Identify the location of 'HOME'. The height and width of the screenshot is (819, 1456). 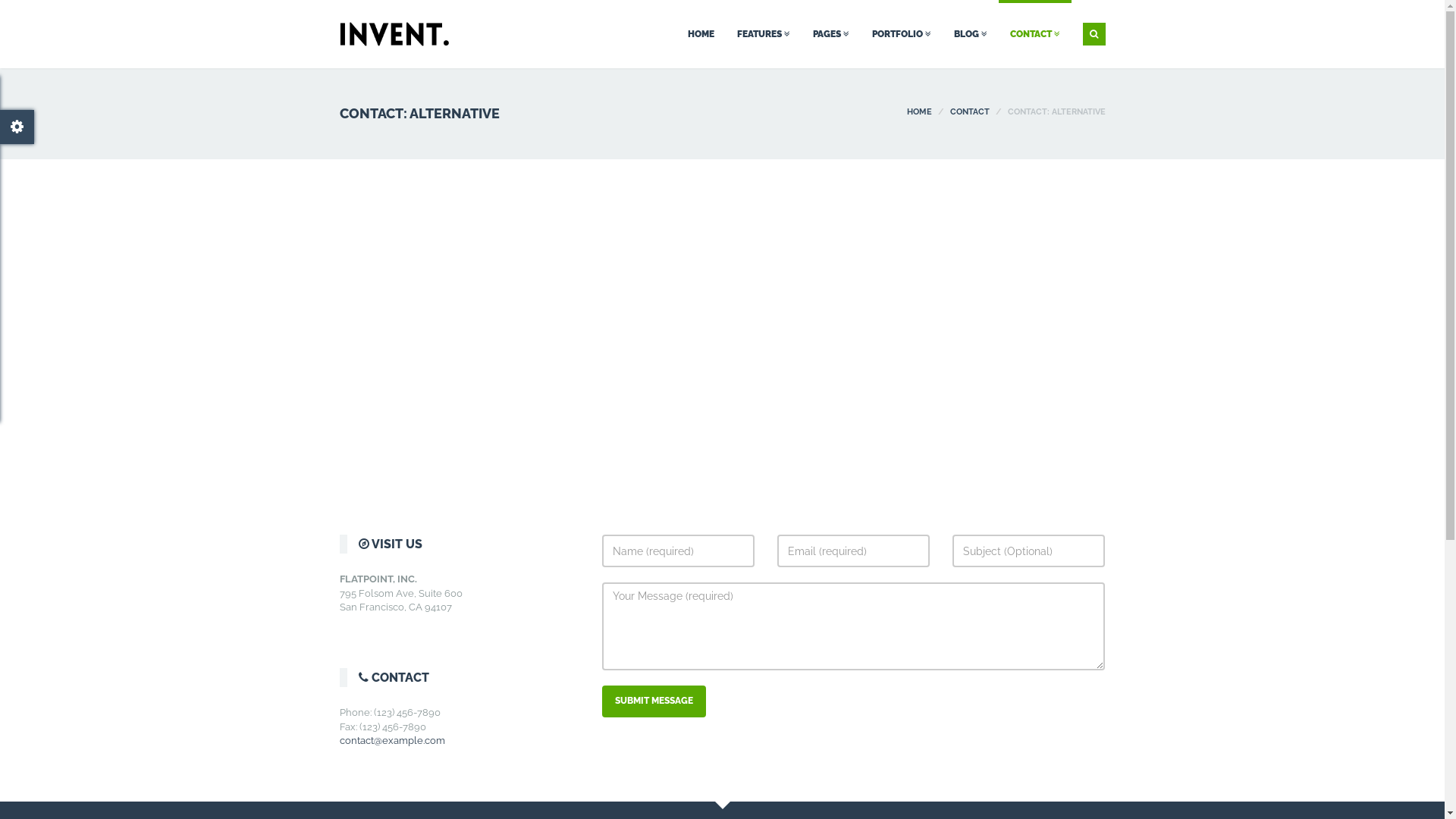
(906, 111).